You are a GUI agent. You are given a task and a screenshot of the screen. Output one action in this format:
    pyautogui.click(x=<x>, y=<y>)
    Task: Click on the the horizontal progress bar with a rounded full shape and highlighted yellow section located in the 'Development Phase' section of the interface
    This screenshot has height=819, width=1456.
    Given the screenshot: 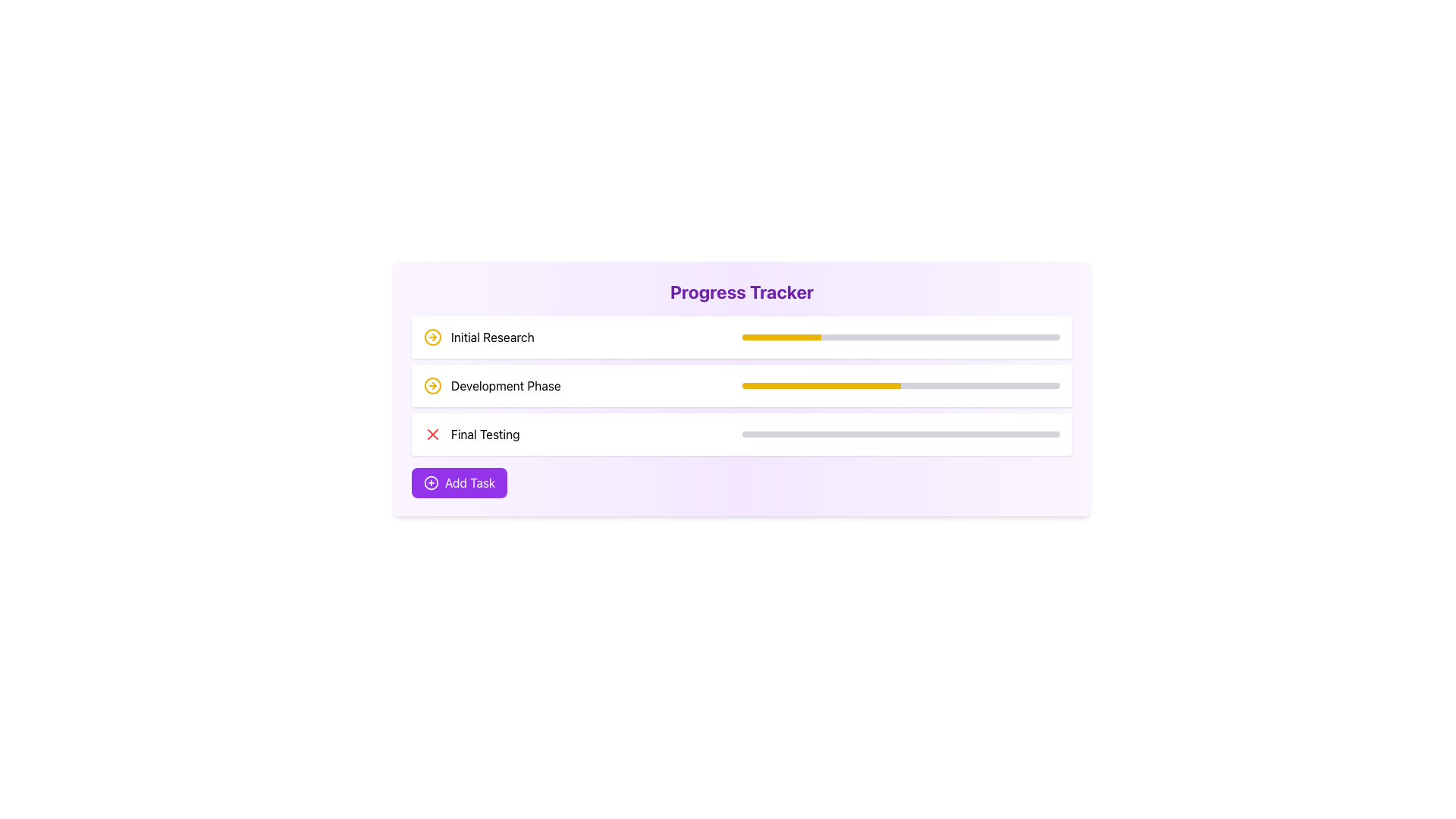 What is the action you would take?
    pyautogui.click(x=901, y=385)
    